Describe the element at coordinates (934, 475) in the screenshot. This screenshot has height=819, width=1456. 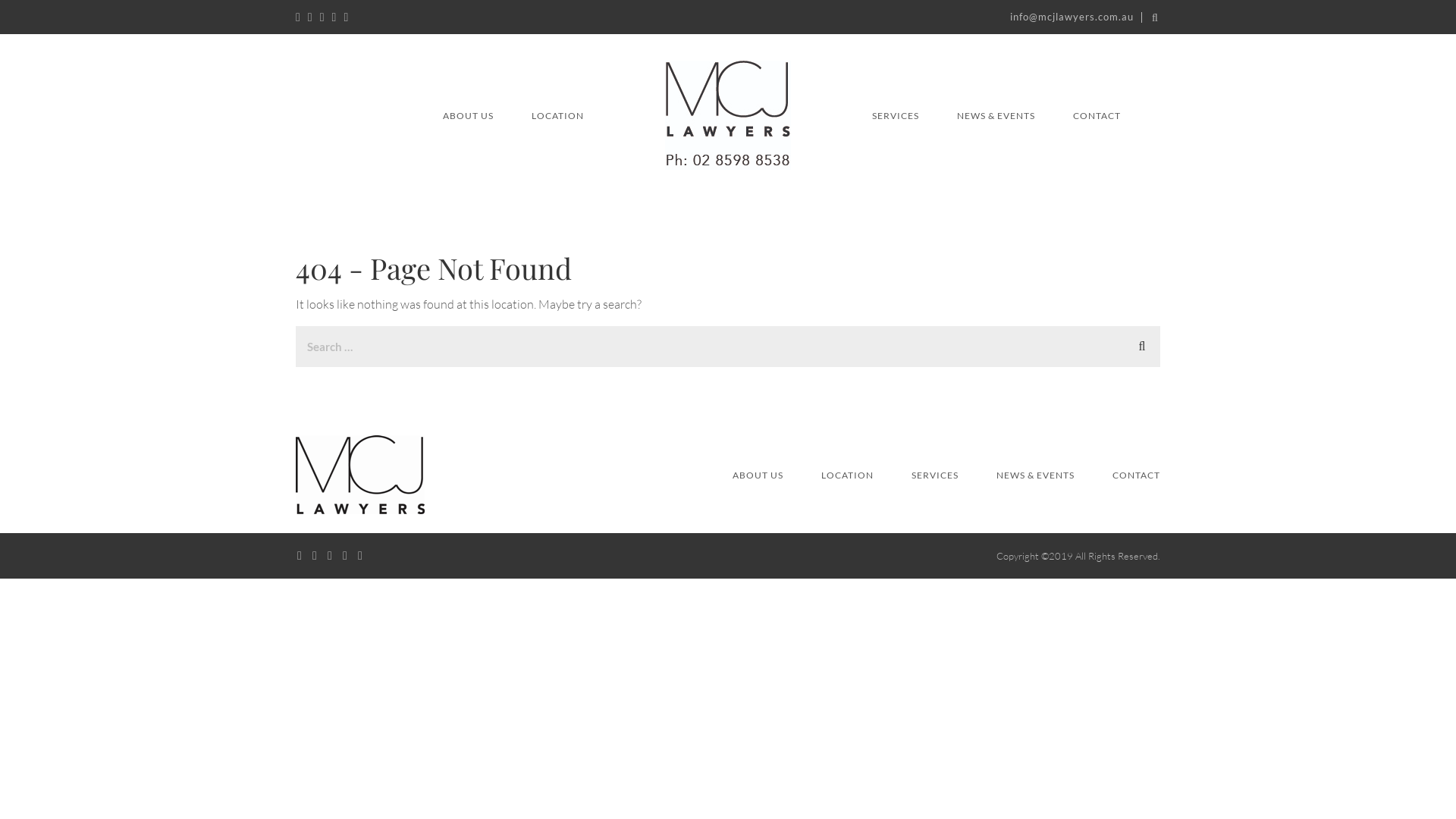
I see `'SERVICES'` at that location.